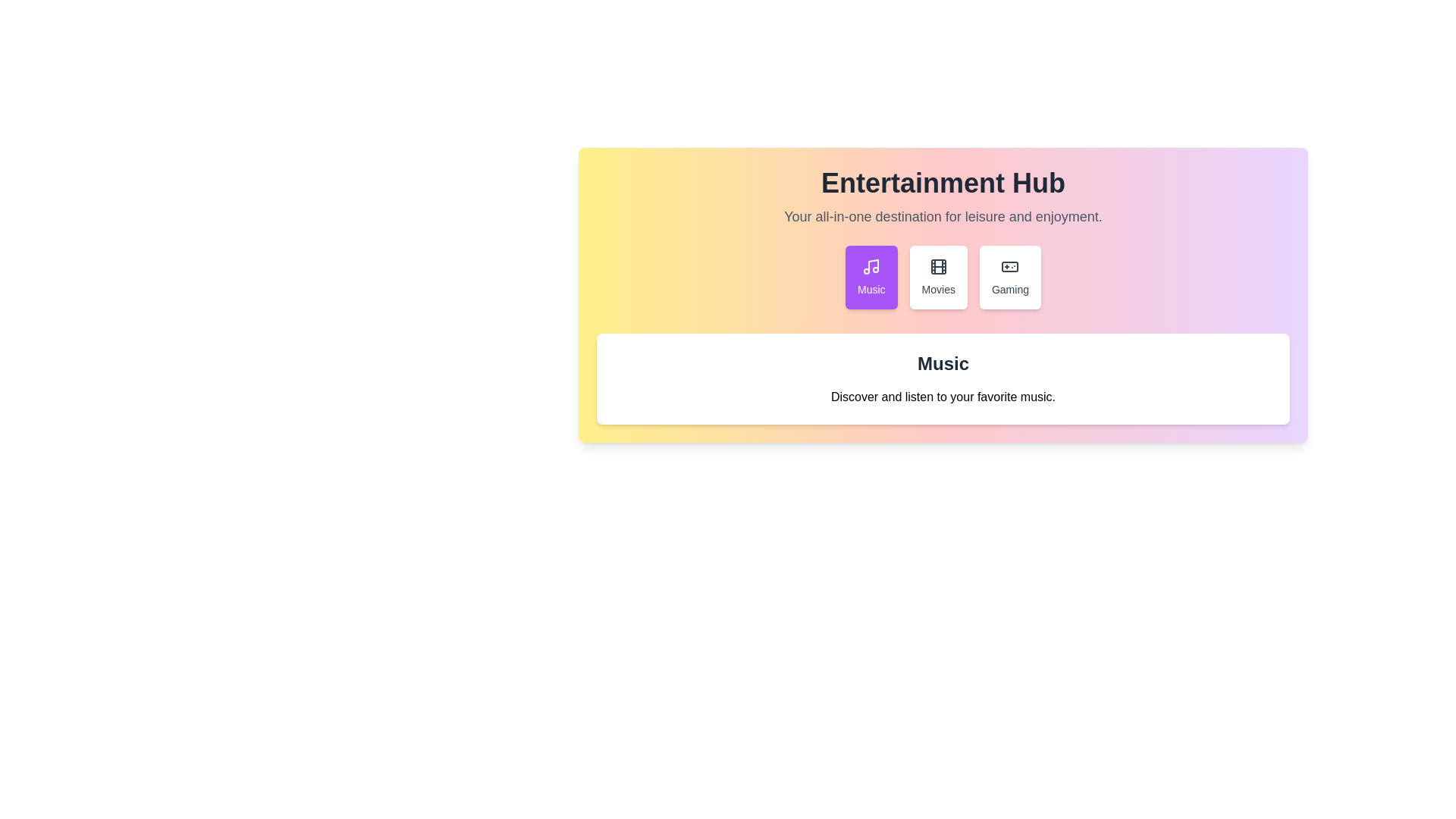 The height and width of the screenshot is (819, 1456). What do you see at coordinates (1010, 265) in the screenshot?
I see `the gamepad icon, which is a rectangular element with rounded corners located to the right of the 'Gaming' button in the 'Entertainment Hub' section` at bounding box center [1010, 265].